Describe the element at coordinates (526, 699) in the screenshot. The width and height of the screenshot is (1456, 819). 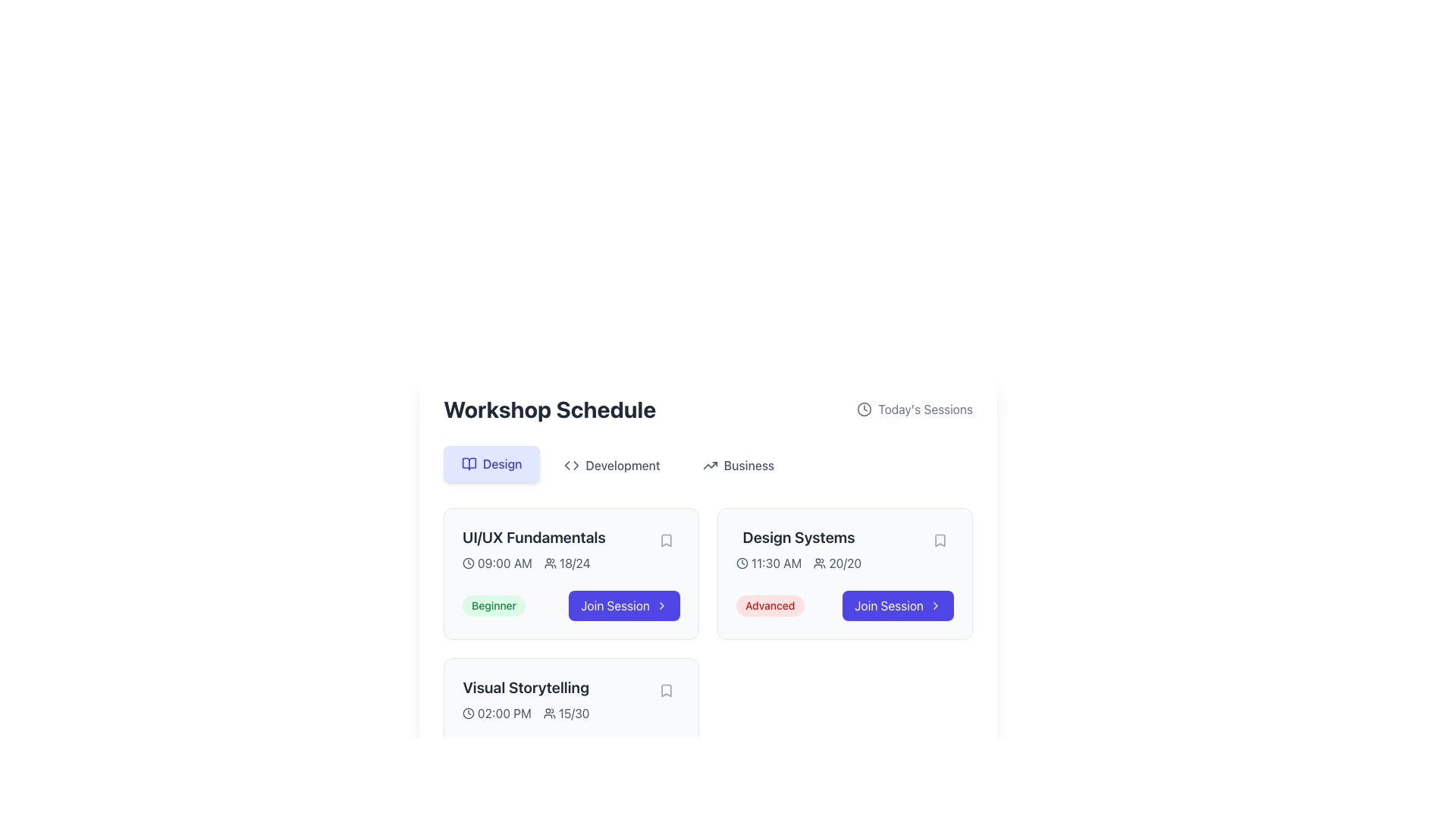
I see `the informational card for the workshop session located in the second row of the 'Design' category section, which is the third session card from the top-left` at that location.